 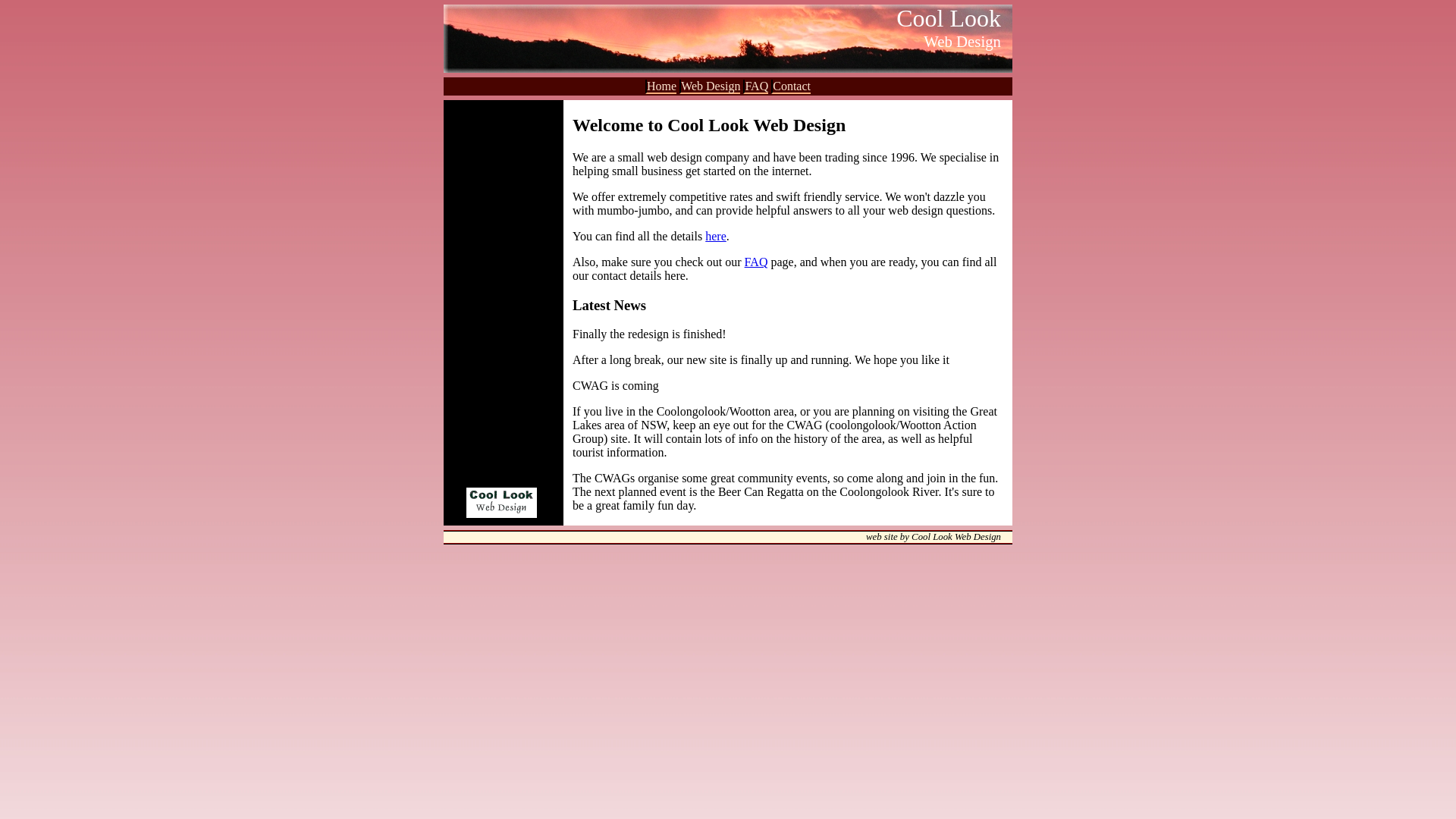 I want to click on 'Contact', so click(x=771, y=86).